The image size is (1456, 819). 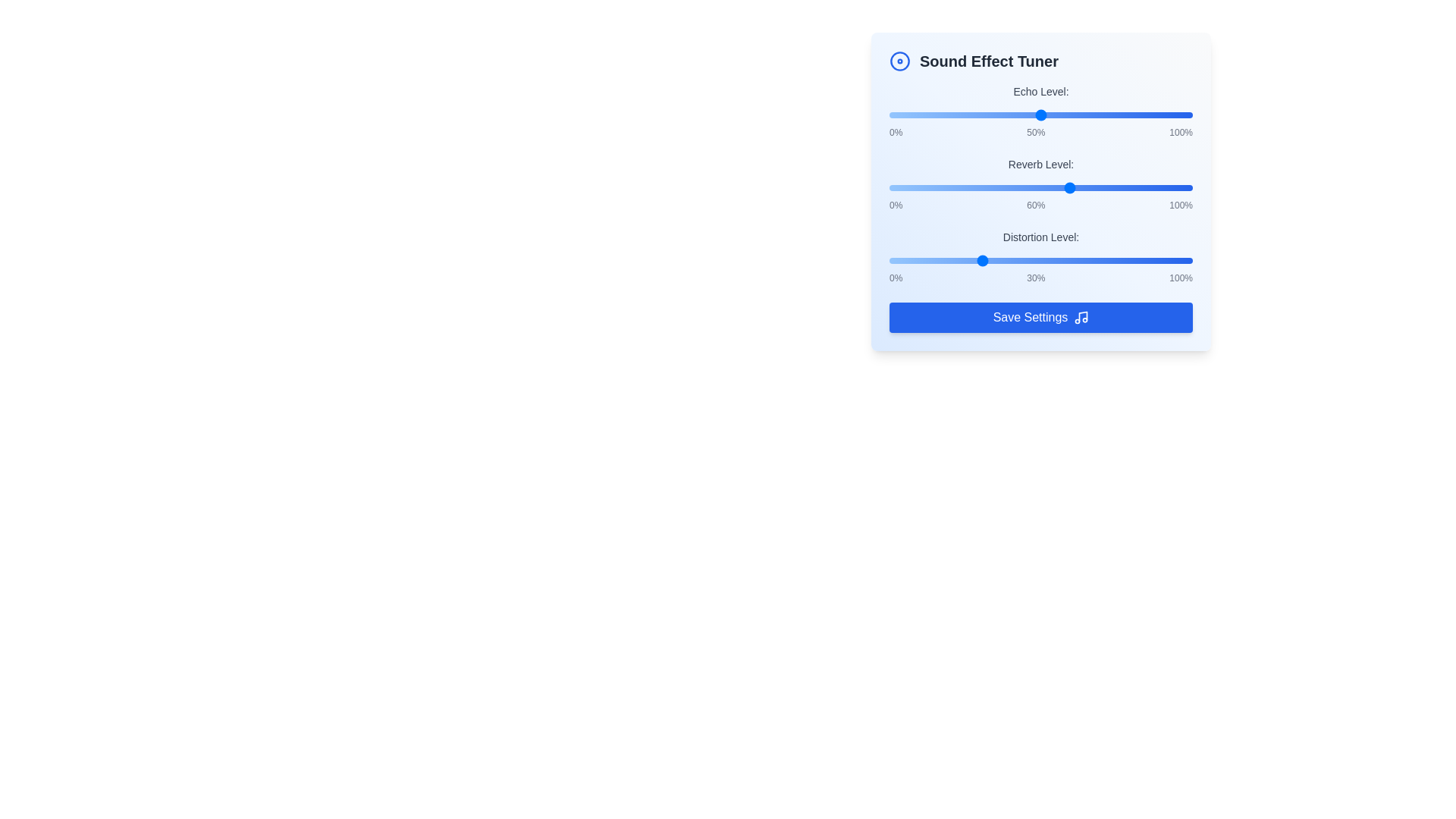 I want to click on the 'Distortion Level' slider to 14%, so click(x=930, y=259).